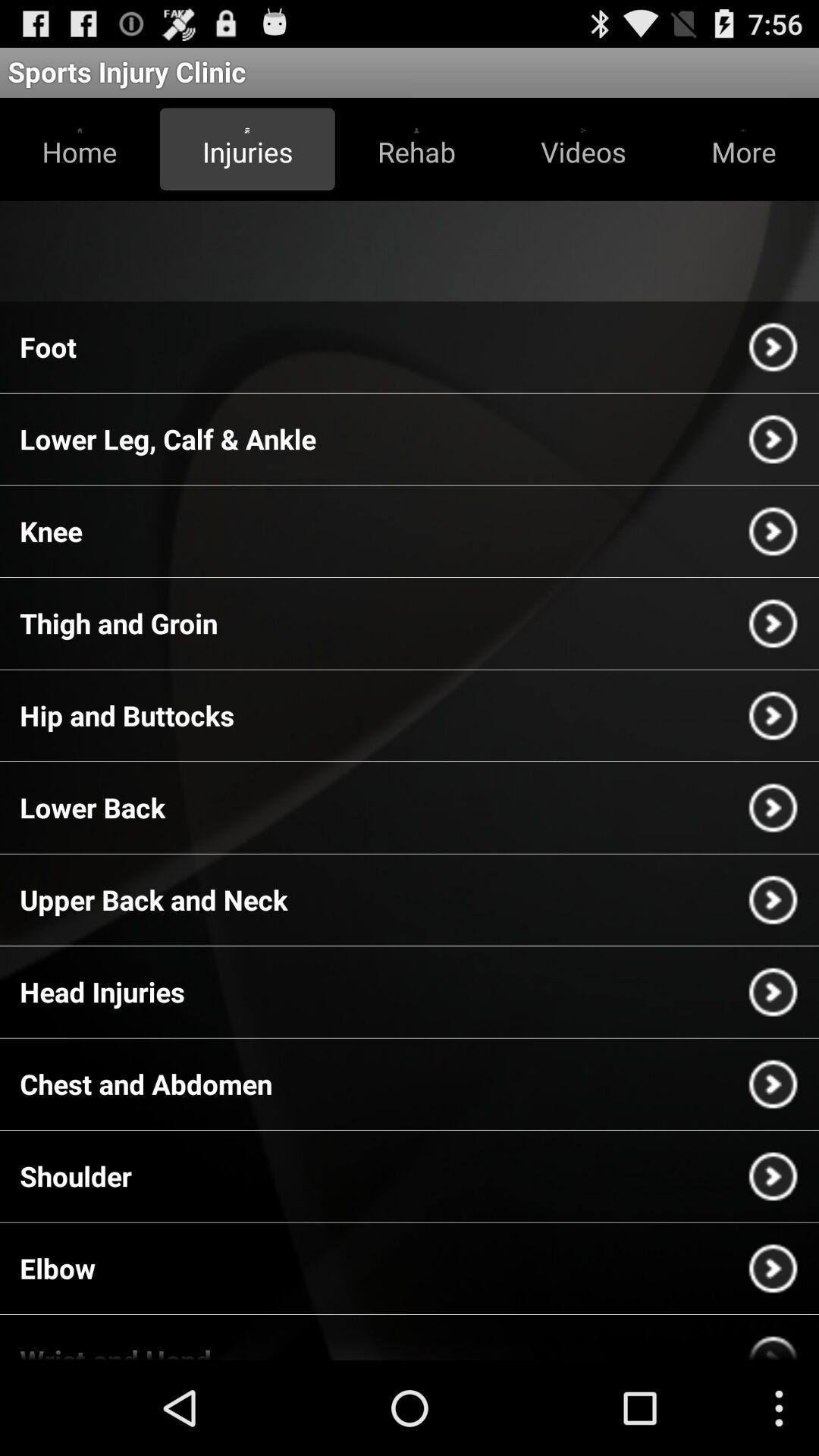 The height and width of the screenshot is (1456, 819). What do you see at coordinates (773, 899) in the screenshot?
I see `button next to upper back and neck` at bounding box center [773, 899].